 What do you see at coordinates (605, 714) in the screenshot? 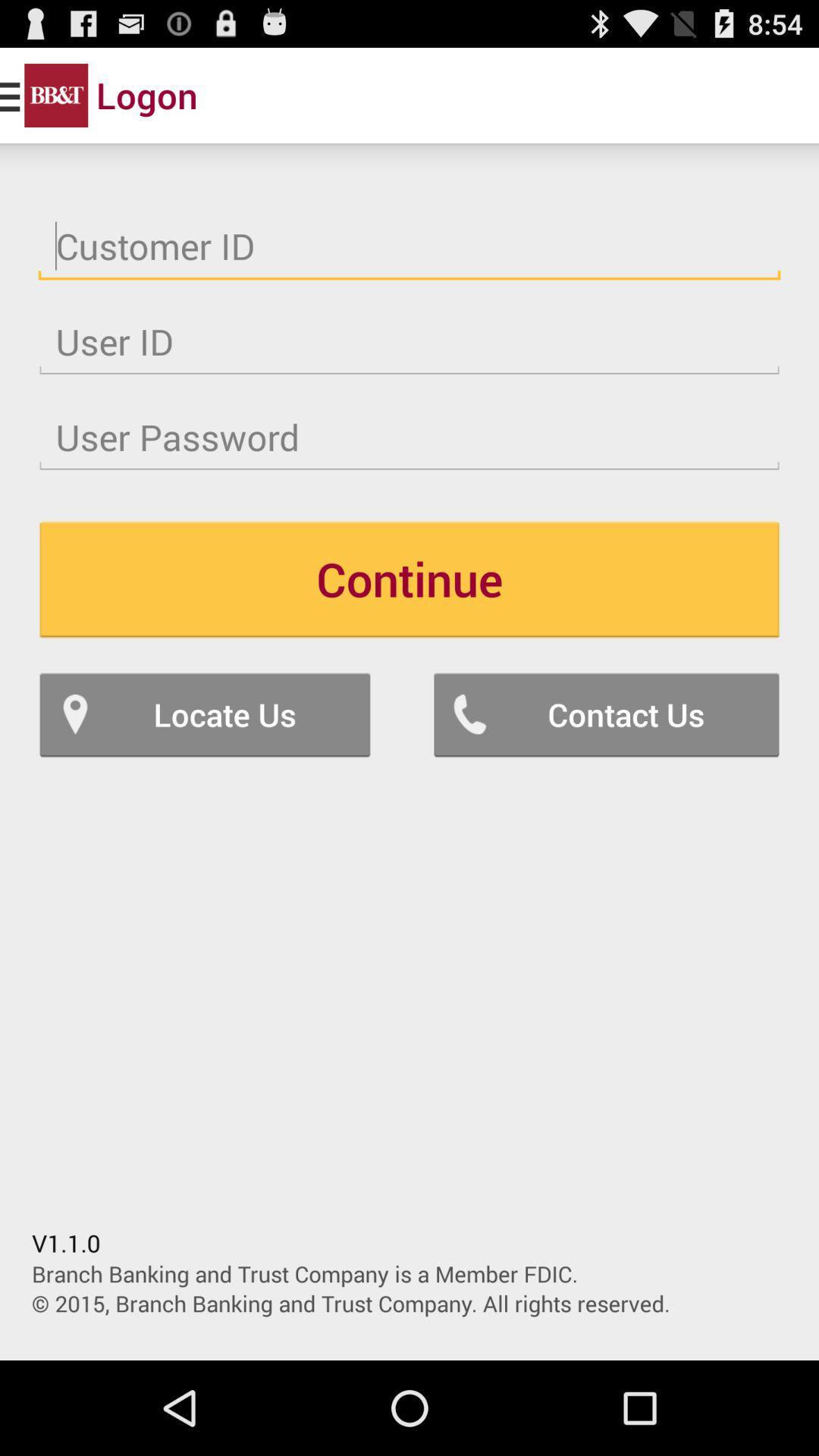
I see `contact us` at bounding box center [605, 714].